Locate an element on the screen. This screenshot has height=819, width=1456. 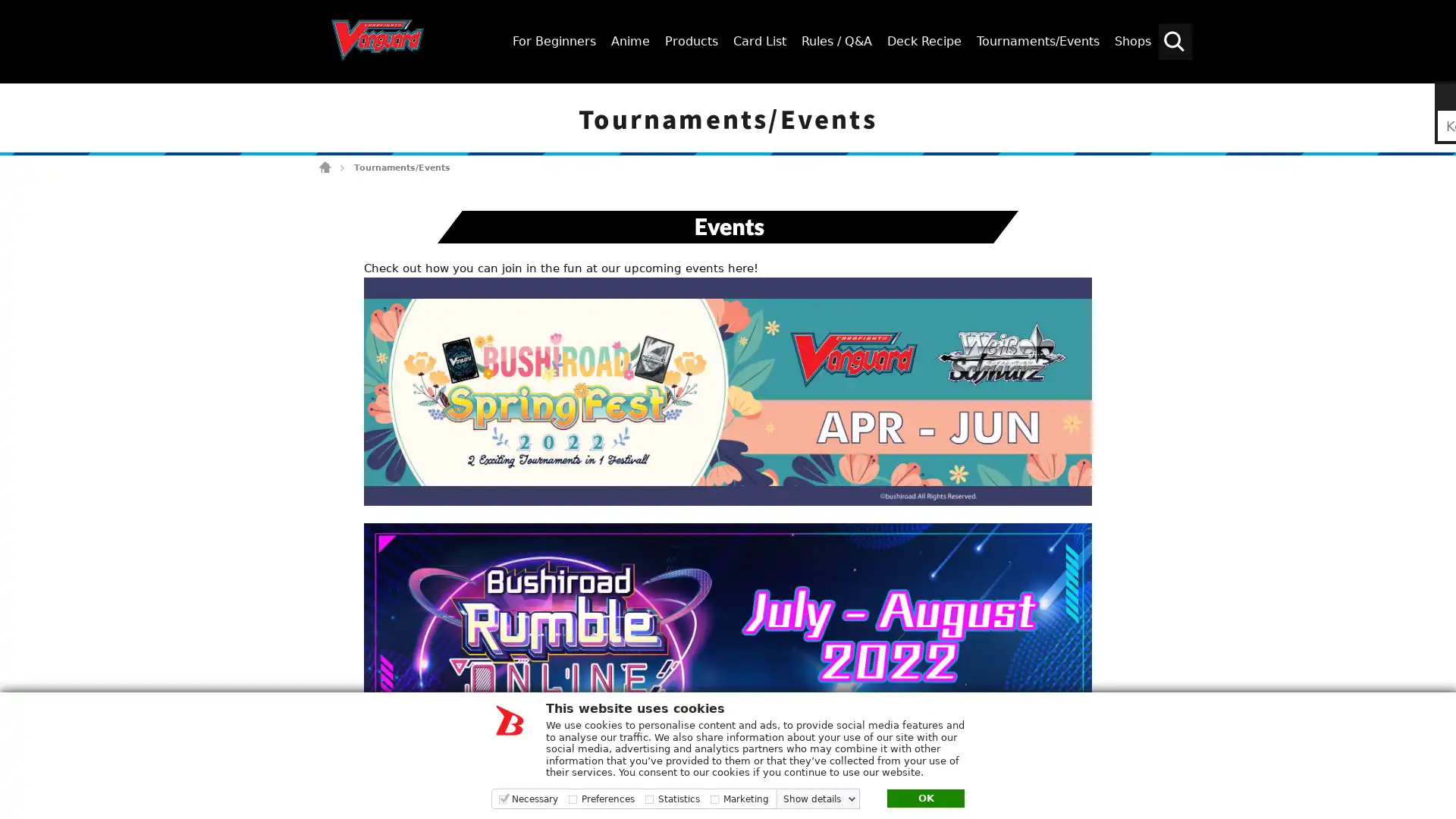
Search is located at coordinates (1437, 96).